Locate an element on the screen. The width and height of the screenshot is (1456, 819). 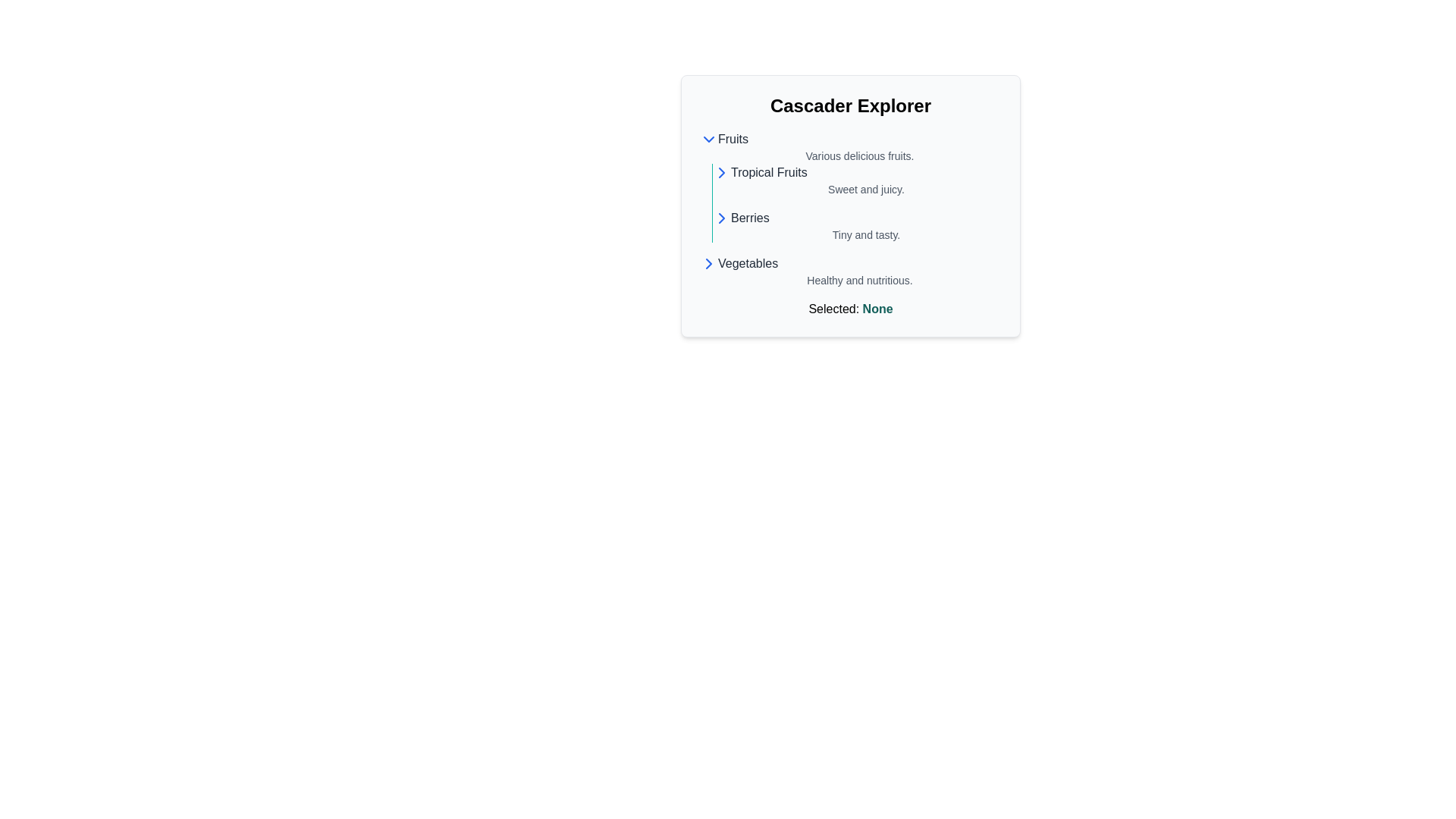
the 'Vegetables' menu item is located at coordinates (851, 271).